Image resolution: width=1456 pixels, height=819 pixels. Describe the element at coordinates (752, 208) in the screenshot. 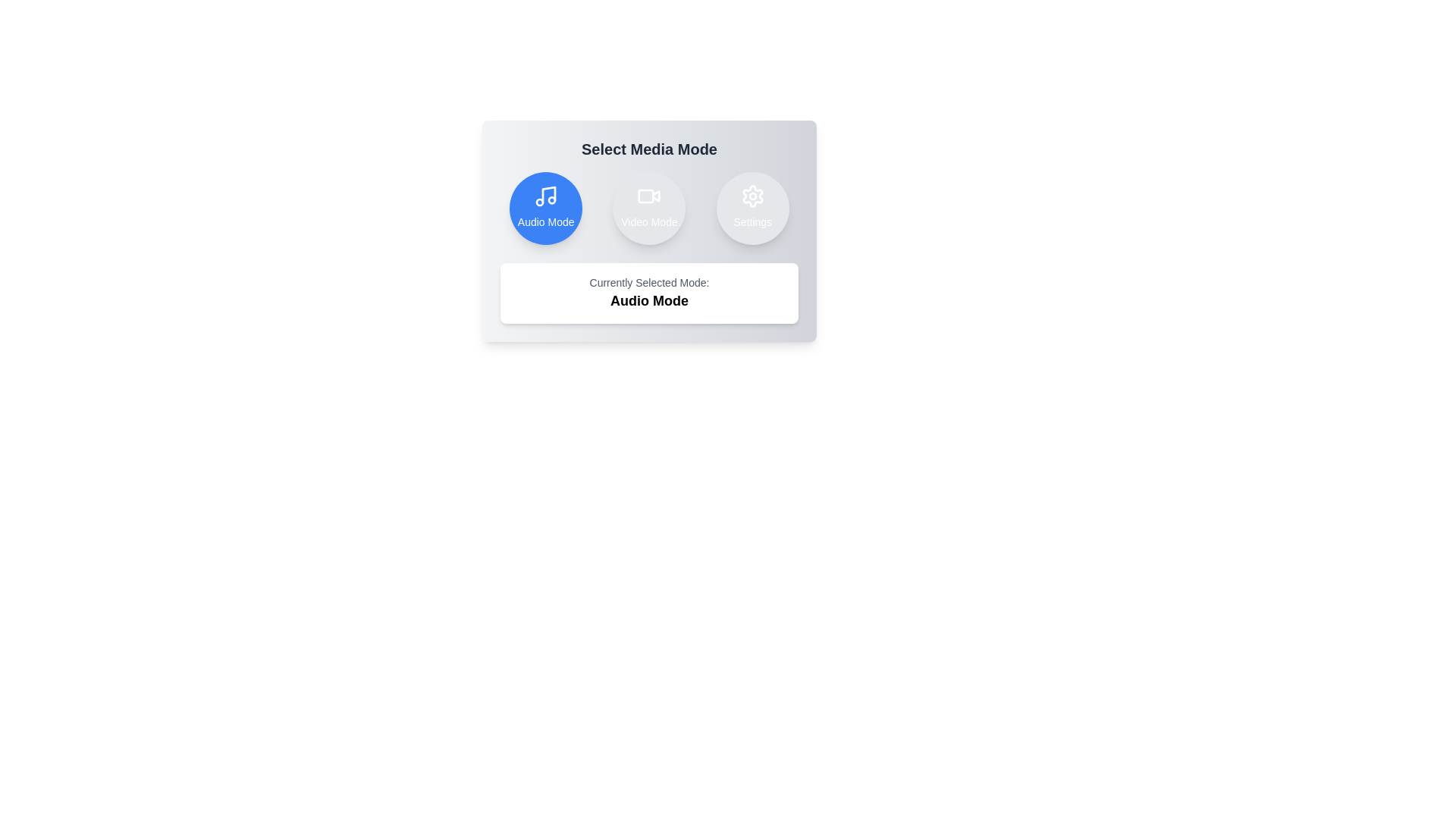

I see `the button corresponding to settings` at that location.